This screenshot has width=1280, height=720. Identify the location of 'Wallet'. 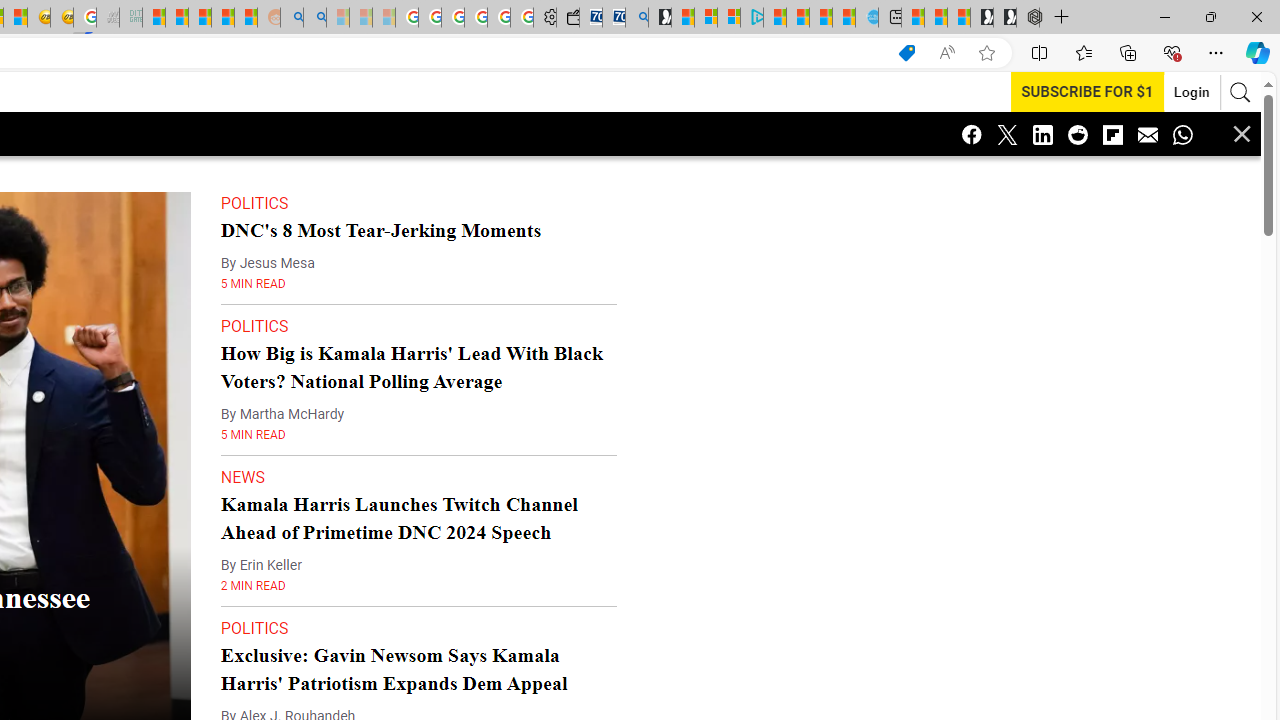
(566, 17).